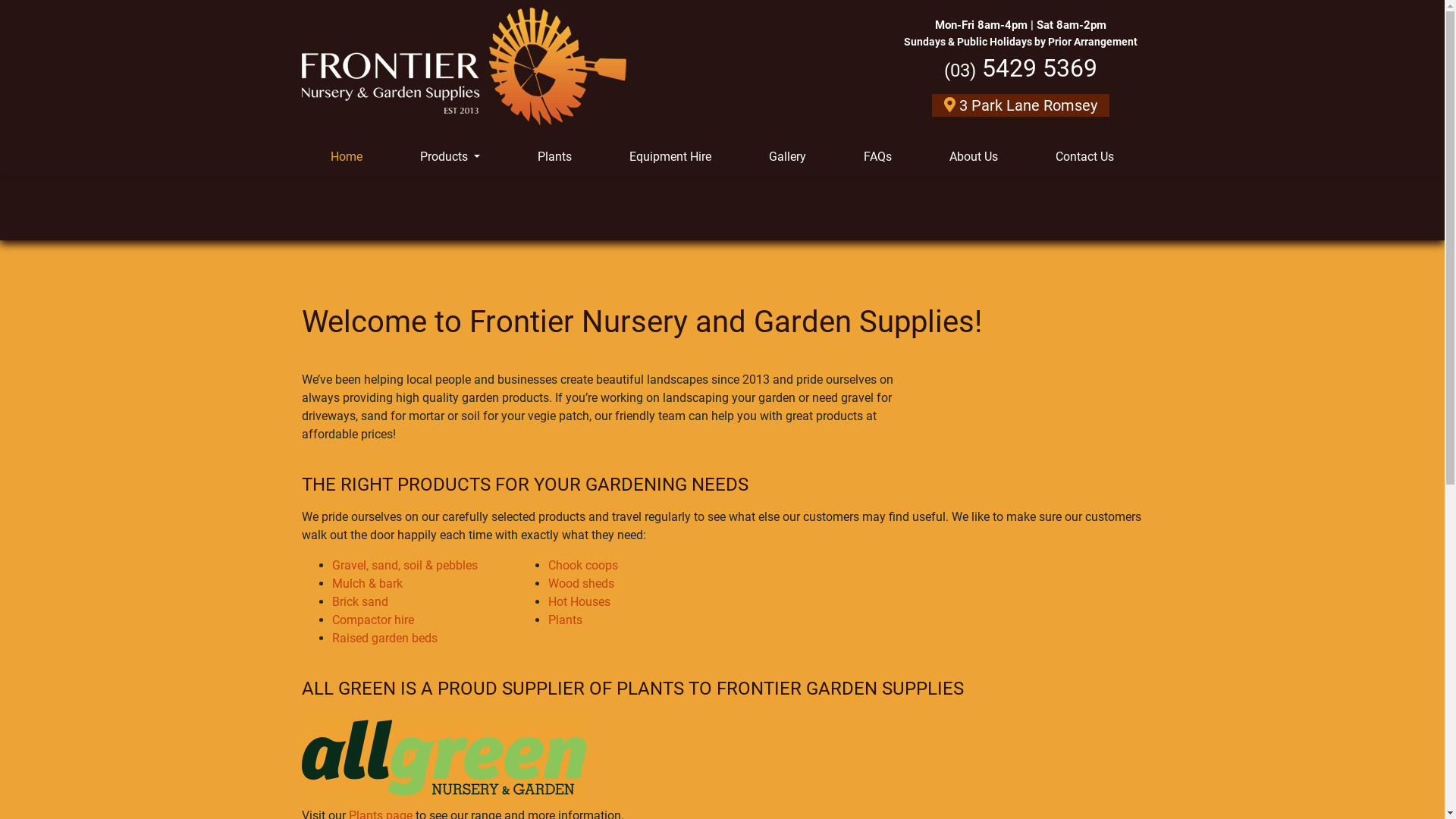  I want to click on 'Mulch & bark', so click(367, 582).